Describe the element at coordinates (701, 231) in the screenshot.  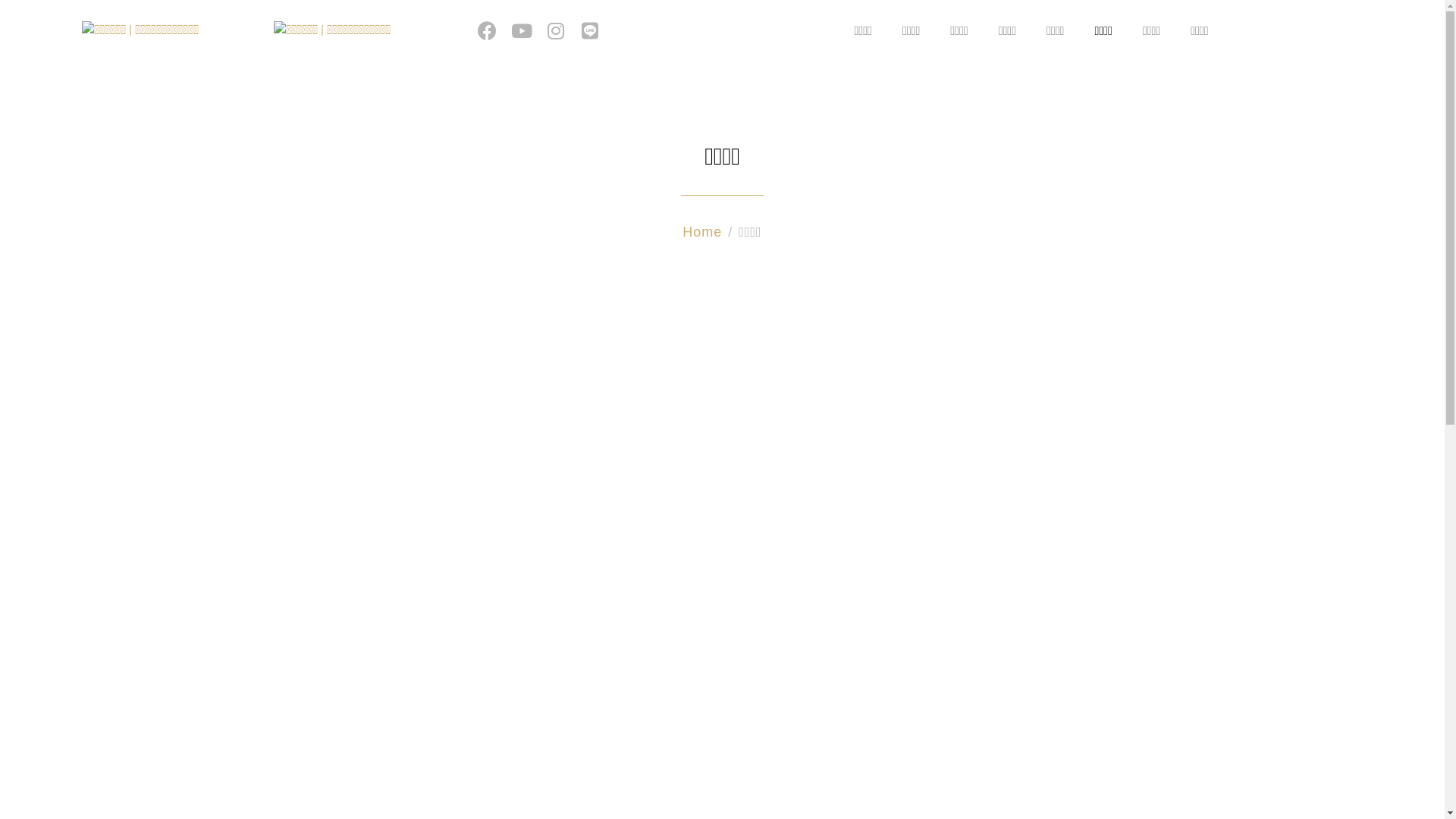
I see `'Home'` at that location.